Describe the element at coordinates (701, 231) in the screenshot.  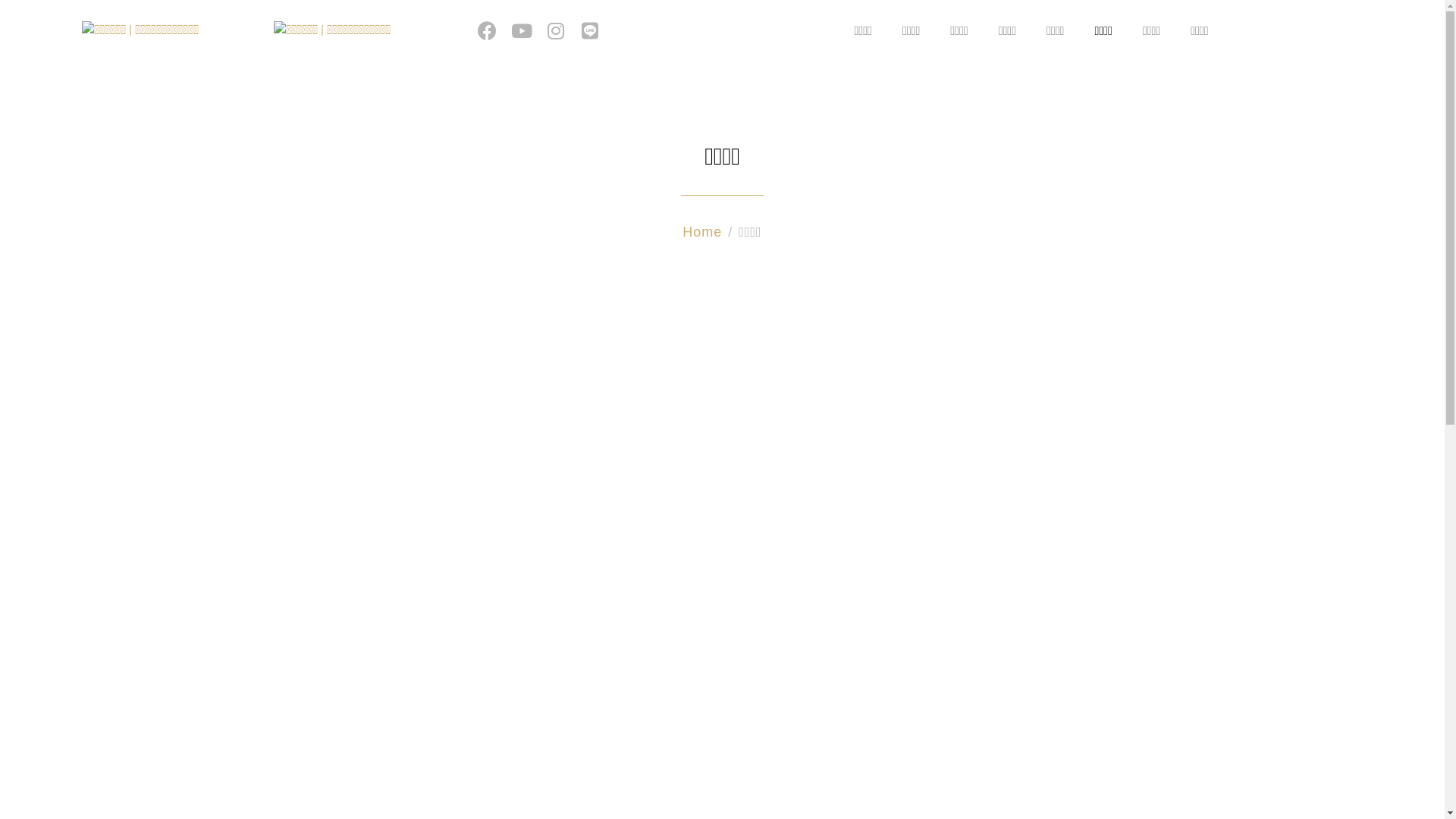
I see `'Home'` at that location.